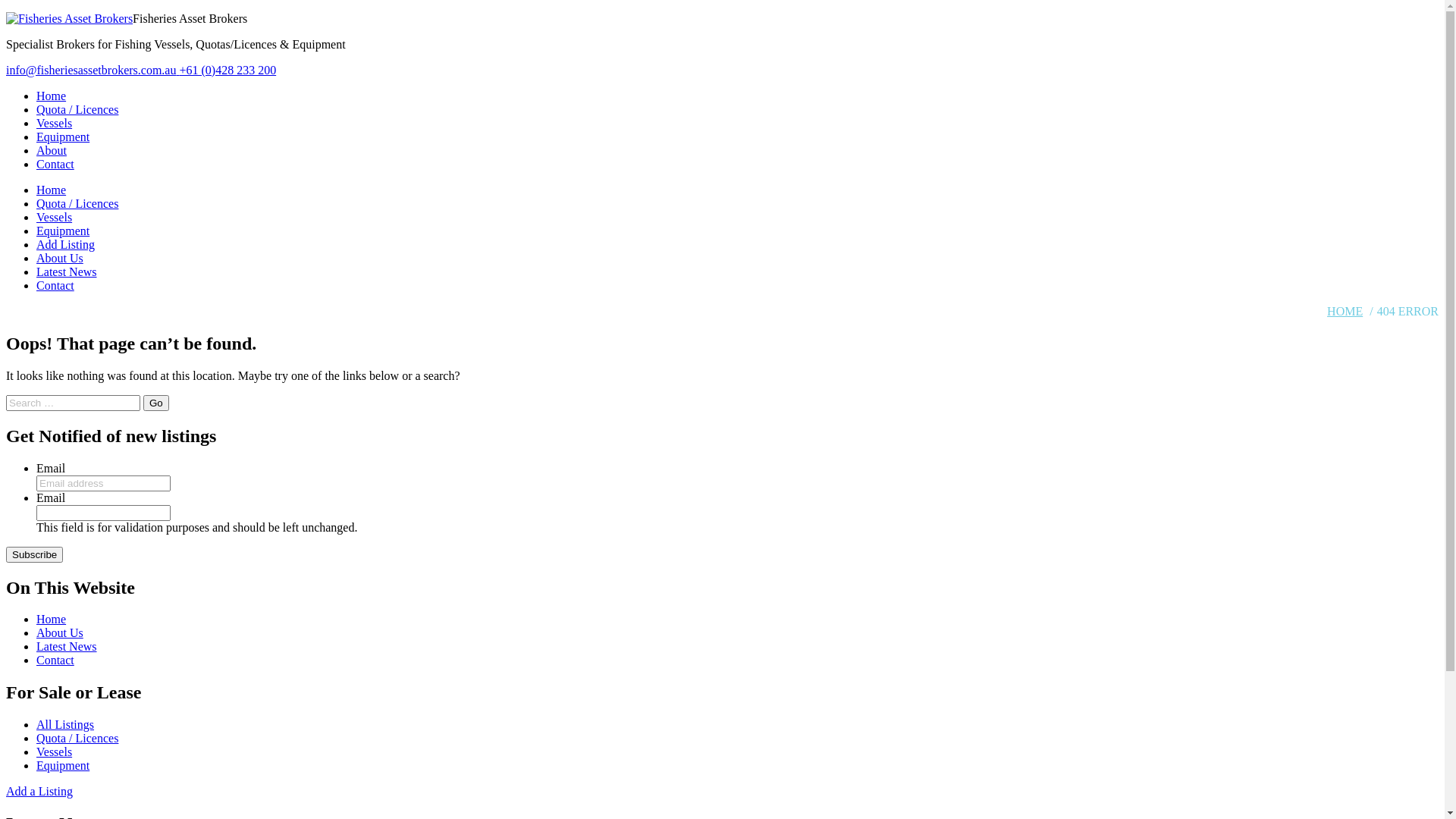 The width and height of the screenshot is (1456, 819). Describe the element at coordinates (5, 11) in the screenshot. I see `'Skip to content'` at that location.